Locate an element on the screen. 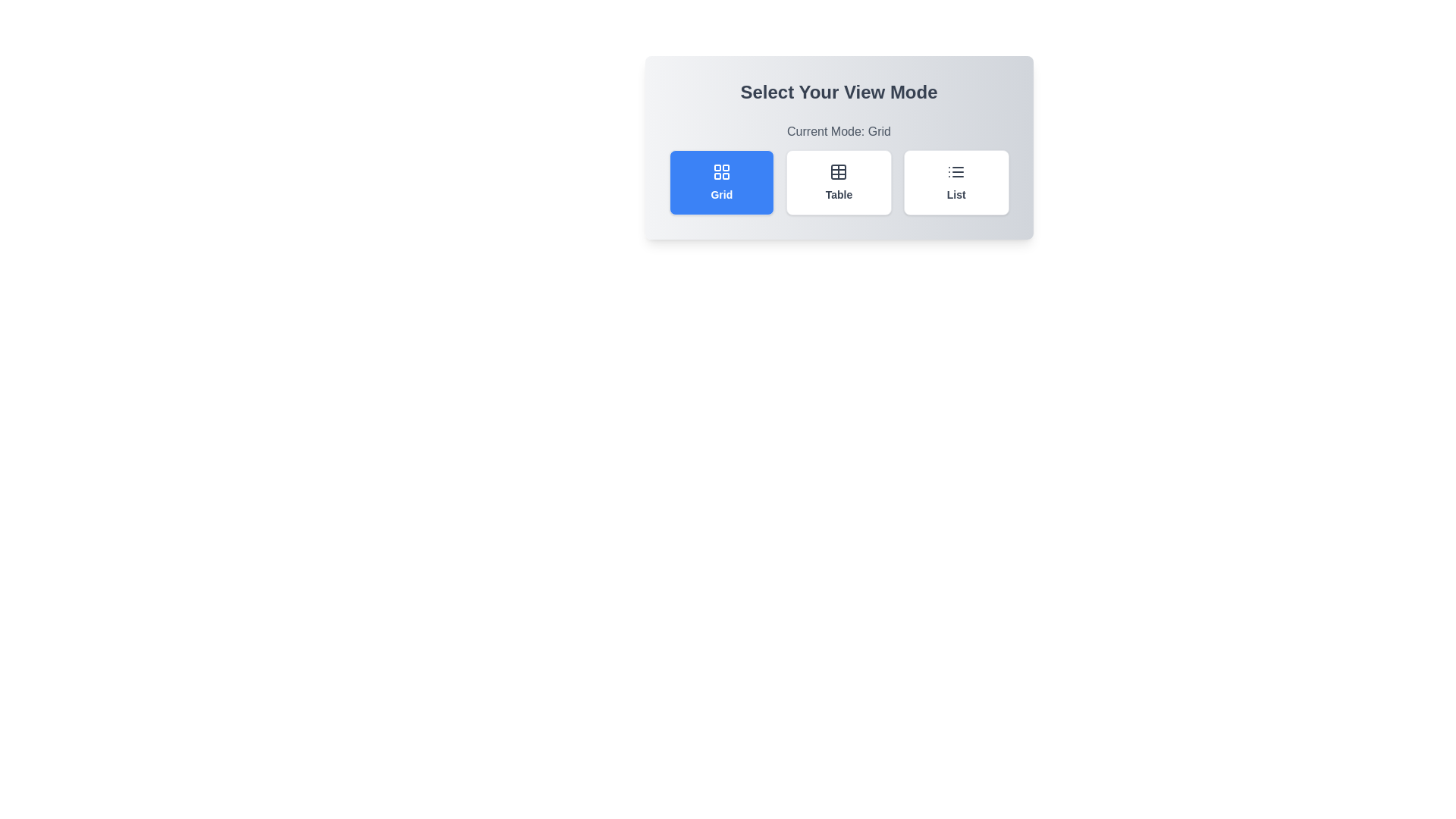 This screenshot has width=1456, height=819. the blue 'Grid' button with white text and grid icon located at the center of the interface is located at coordinates (720, 181).